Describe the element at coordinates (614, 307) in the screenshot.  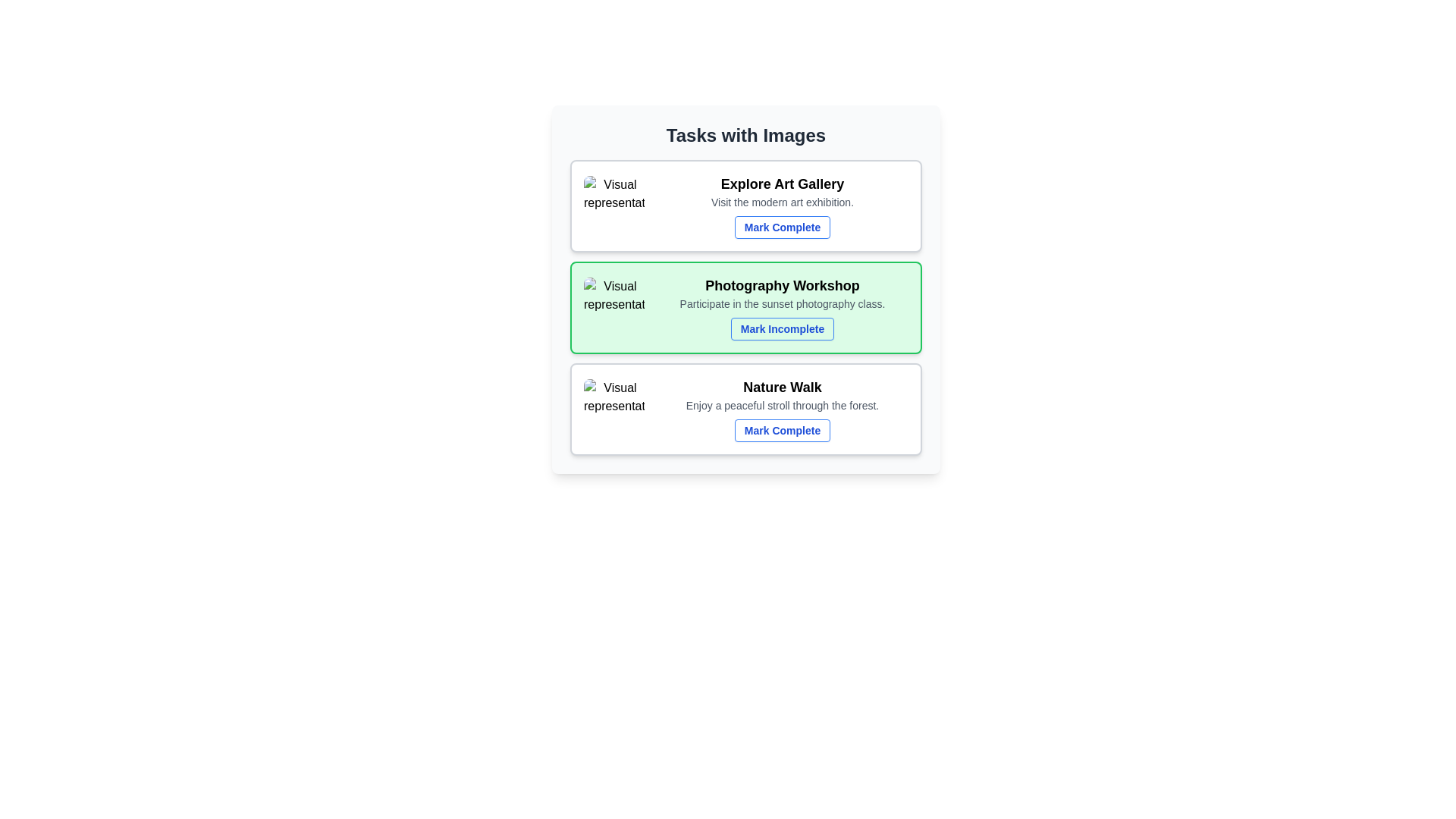
I see `the thumbnail image of the task to view its details. The parameter Photography Workshop specifies the task whose image should be clicked` at that location.